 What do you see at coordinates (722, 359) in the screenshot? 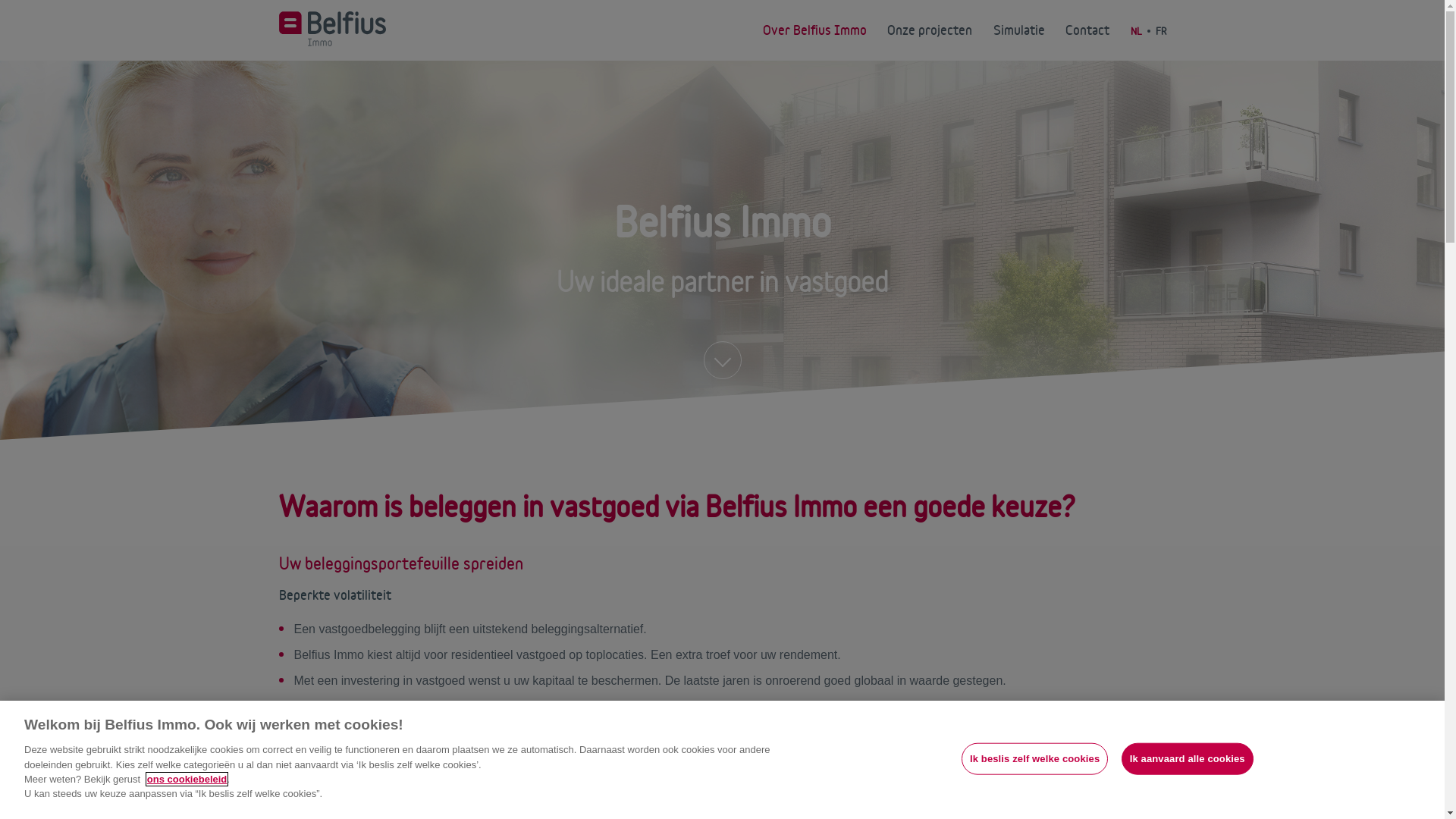
I see `'Go down'` at bounding box center [722, 359].